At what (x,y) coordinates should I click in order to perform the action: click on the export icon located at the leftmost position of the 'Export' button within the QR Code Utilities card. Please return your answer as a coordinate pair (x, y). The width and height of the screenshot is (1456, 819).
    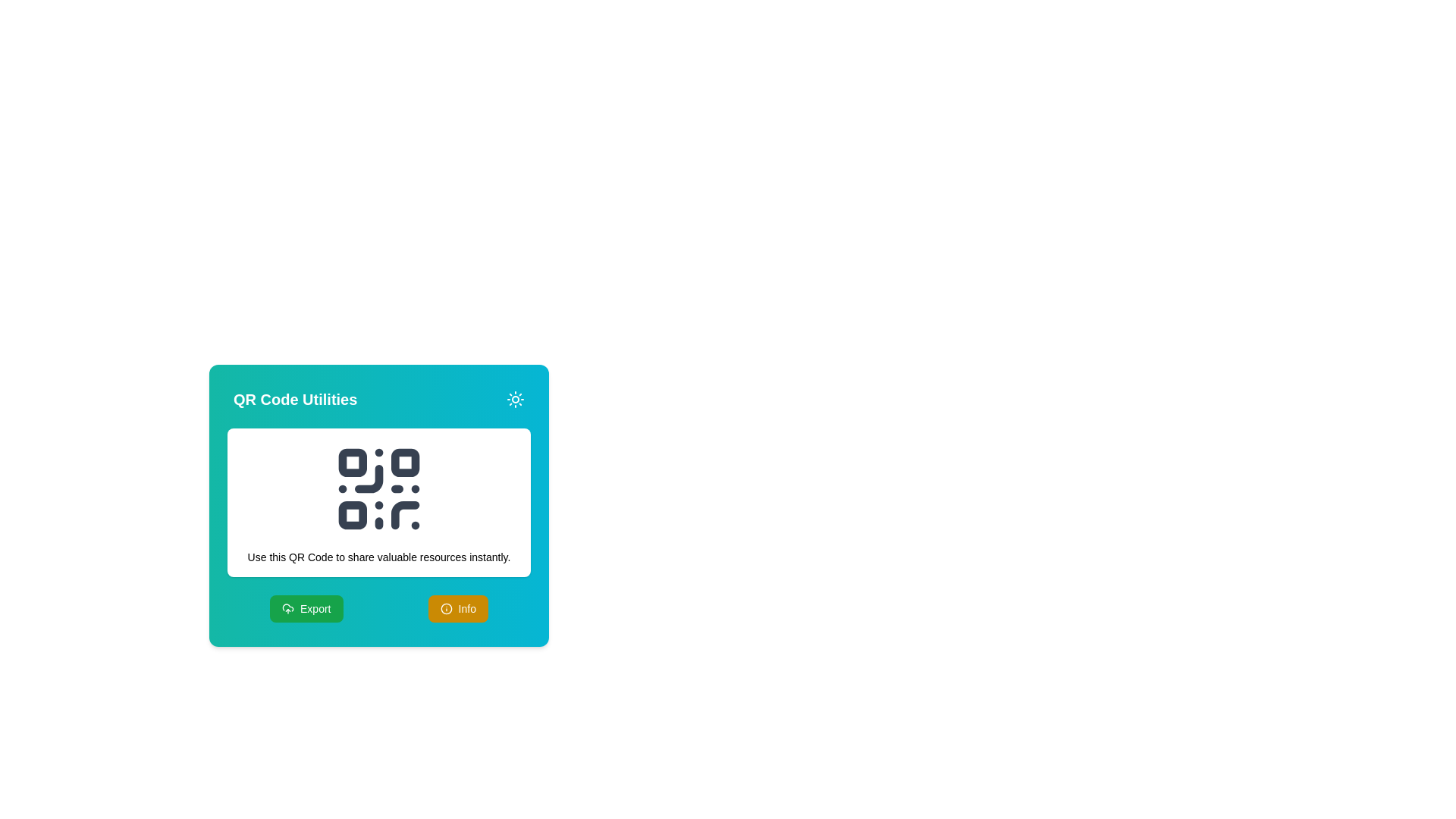
    Looking at the image, I should click on (287, 607).